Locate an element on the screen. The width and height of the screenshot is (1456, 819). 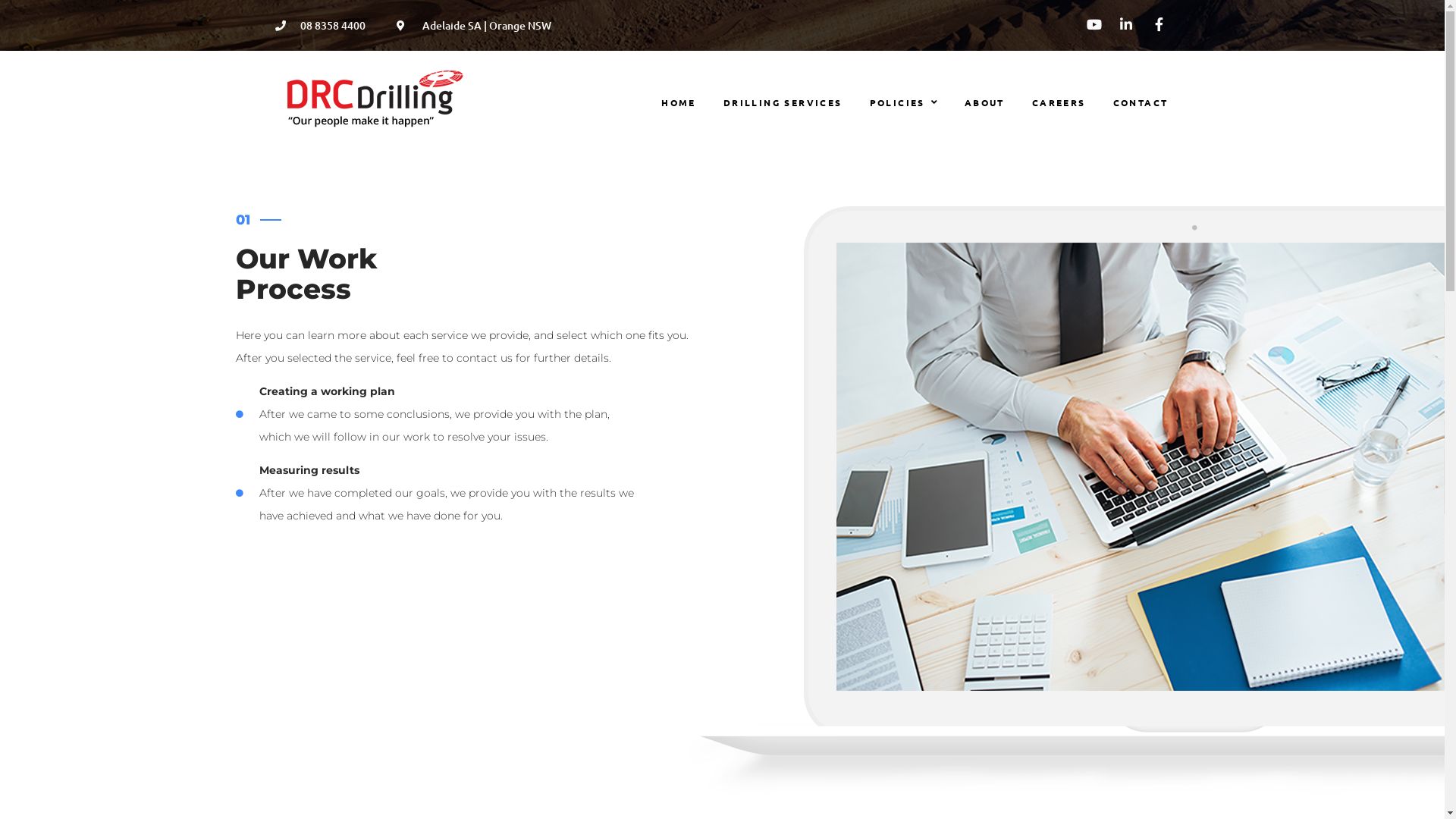
'DRILLING SERVICES' is located at coordinates (783, 102).